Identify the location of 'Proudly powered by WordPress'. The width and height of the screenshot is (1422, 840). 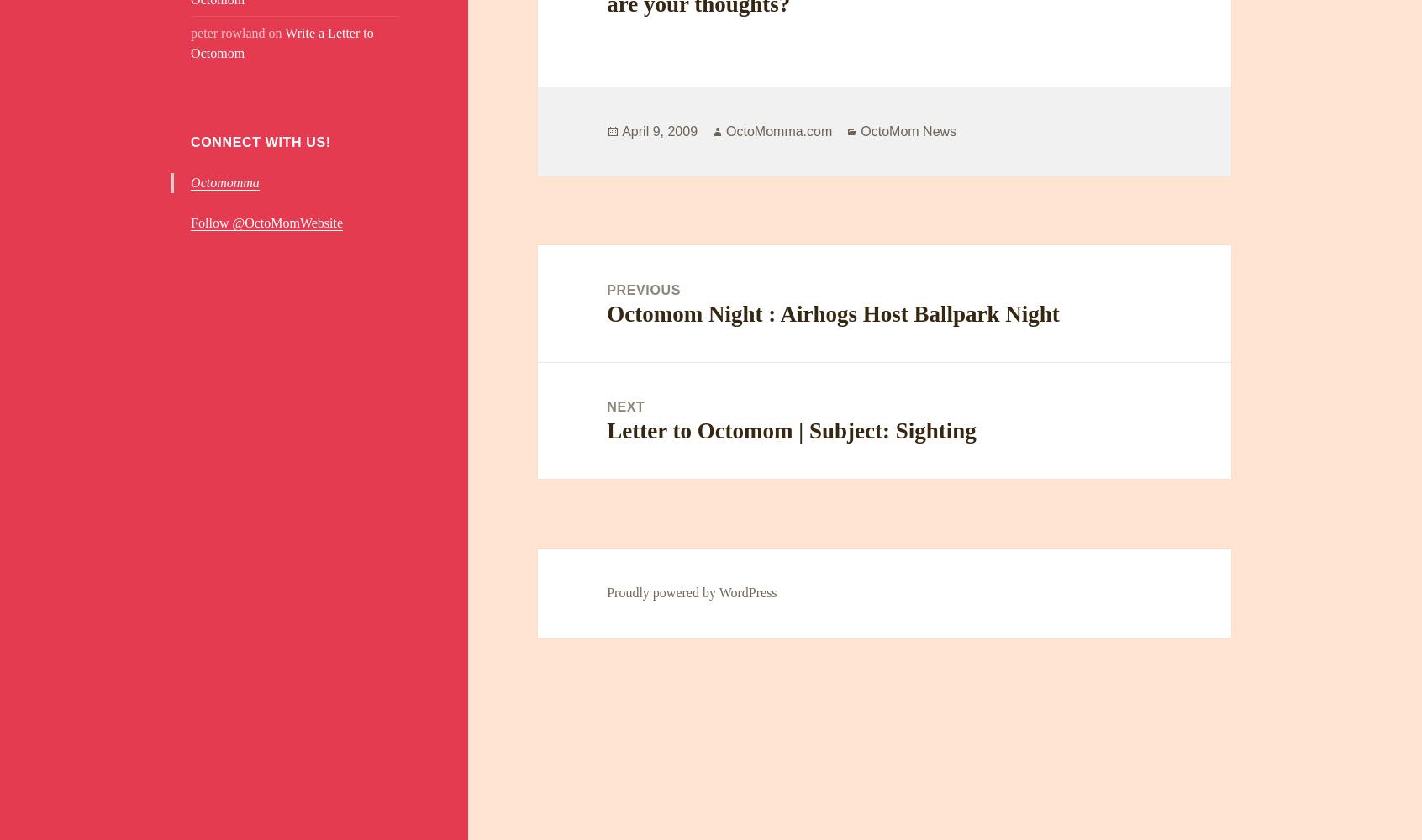
(691, 591).